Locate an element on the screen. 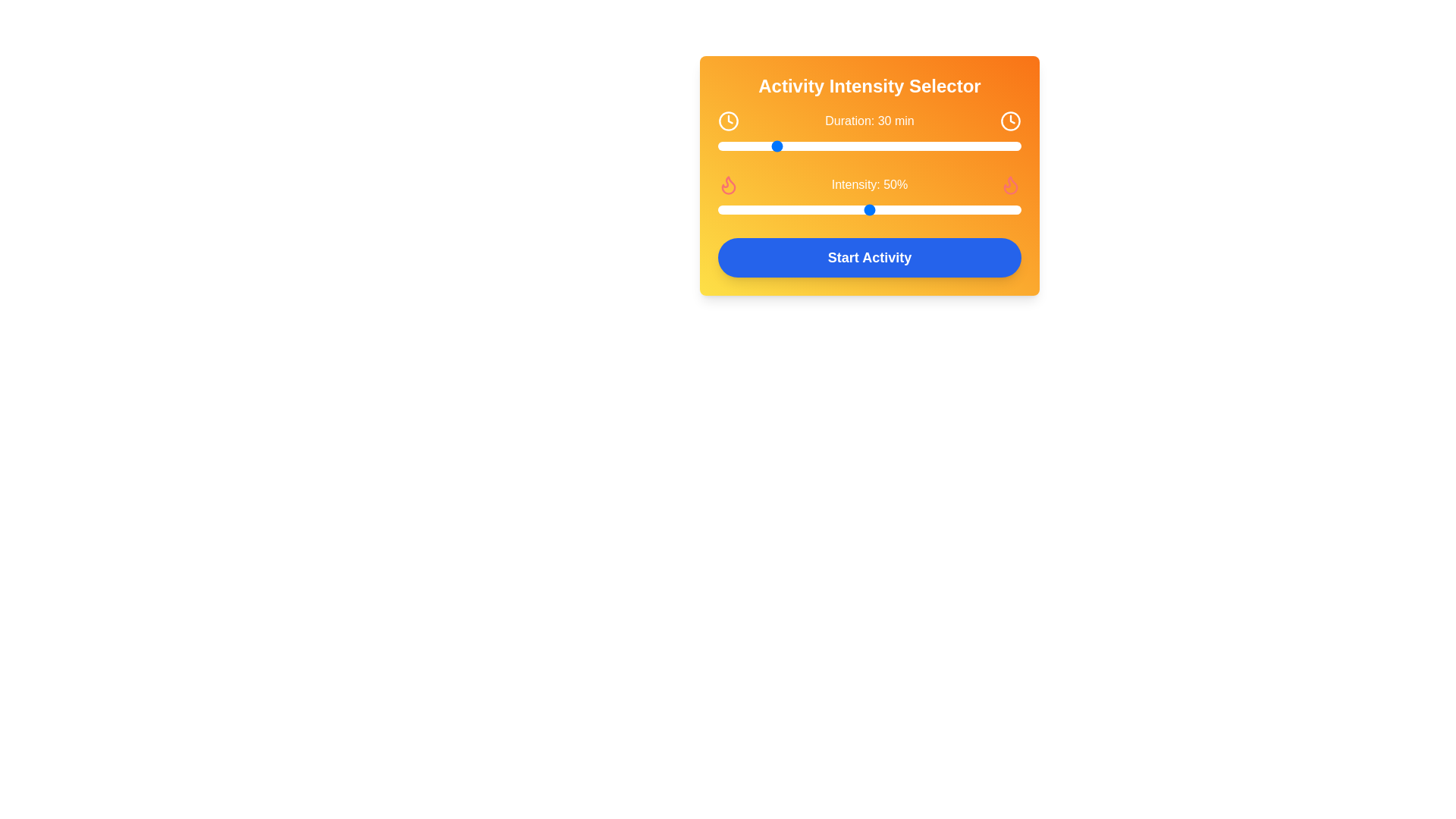  the duration slider to 94 minutes is located at coordinates (949, 146).